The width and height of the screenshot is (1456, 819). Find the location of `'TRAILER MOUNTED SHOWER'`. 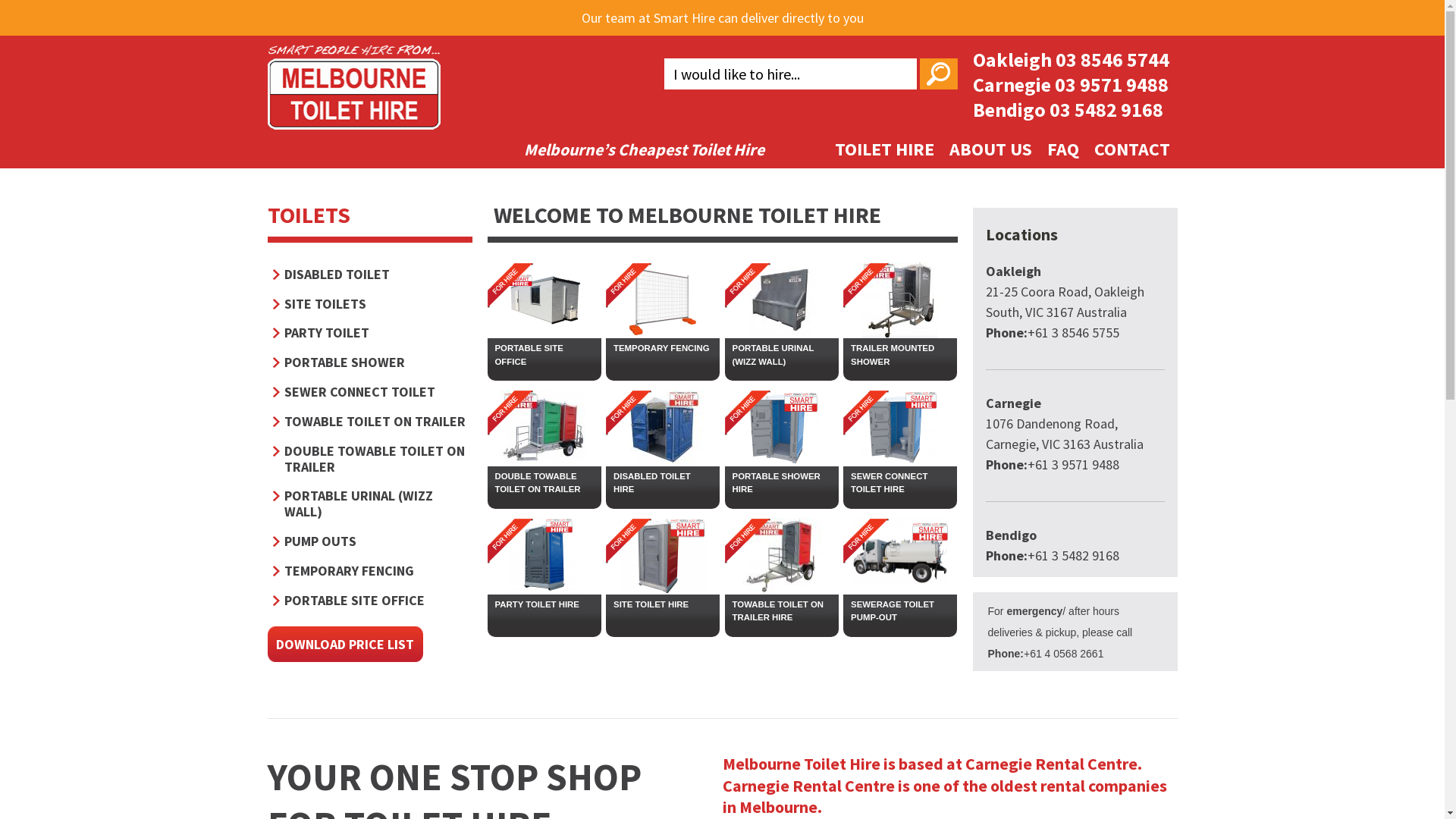

'TRAILER MOUNTED SHOWER' is located at coordinates (843, 354).